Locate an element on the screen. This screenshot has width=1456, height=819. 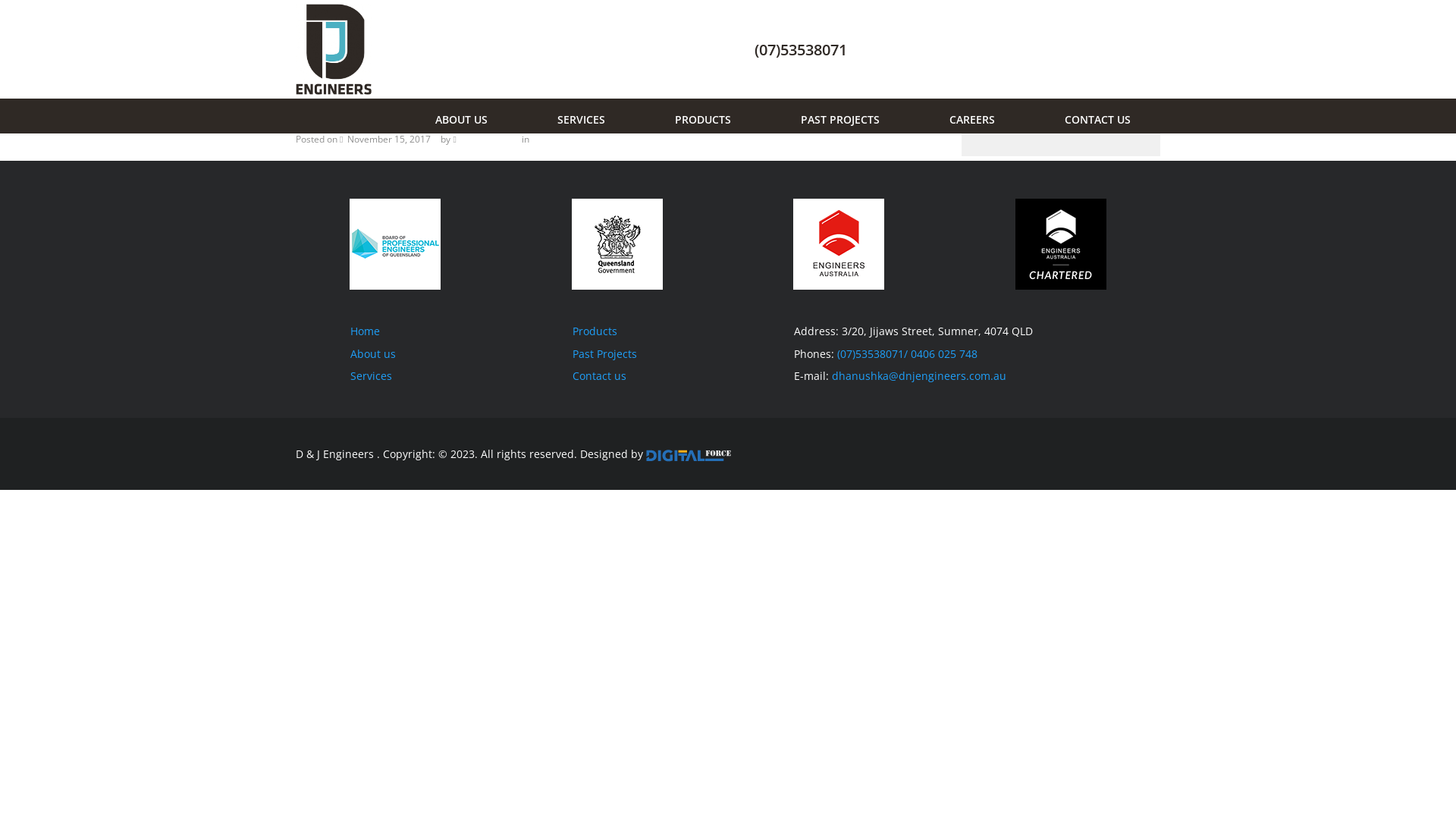
'ABOUT US' is located at coordinates (427, 115).